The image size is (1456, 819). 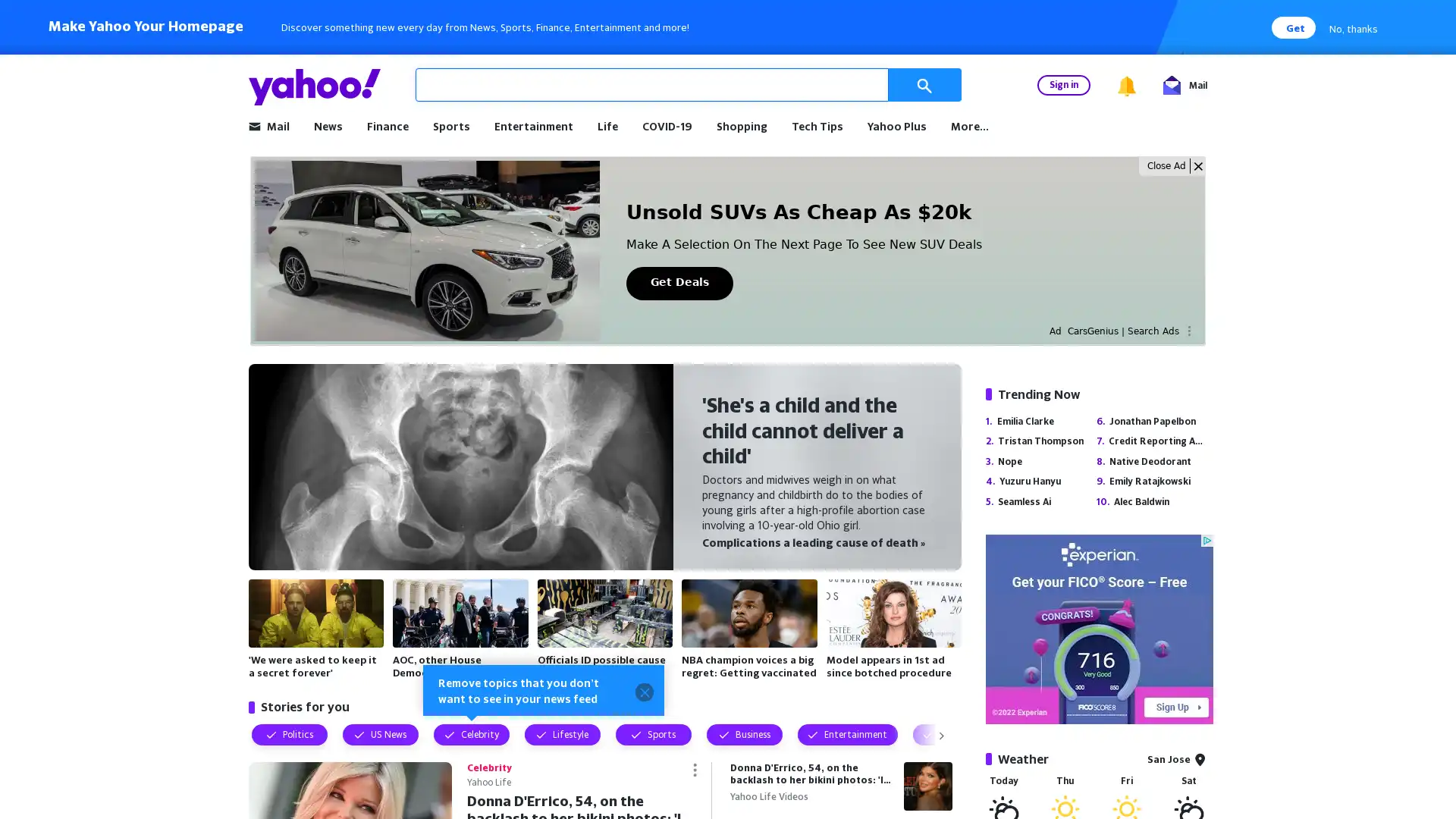 I want to click on Search, so click(x=924, y=84).